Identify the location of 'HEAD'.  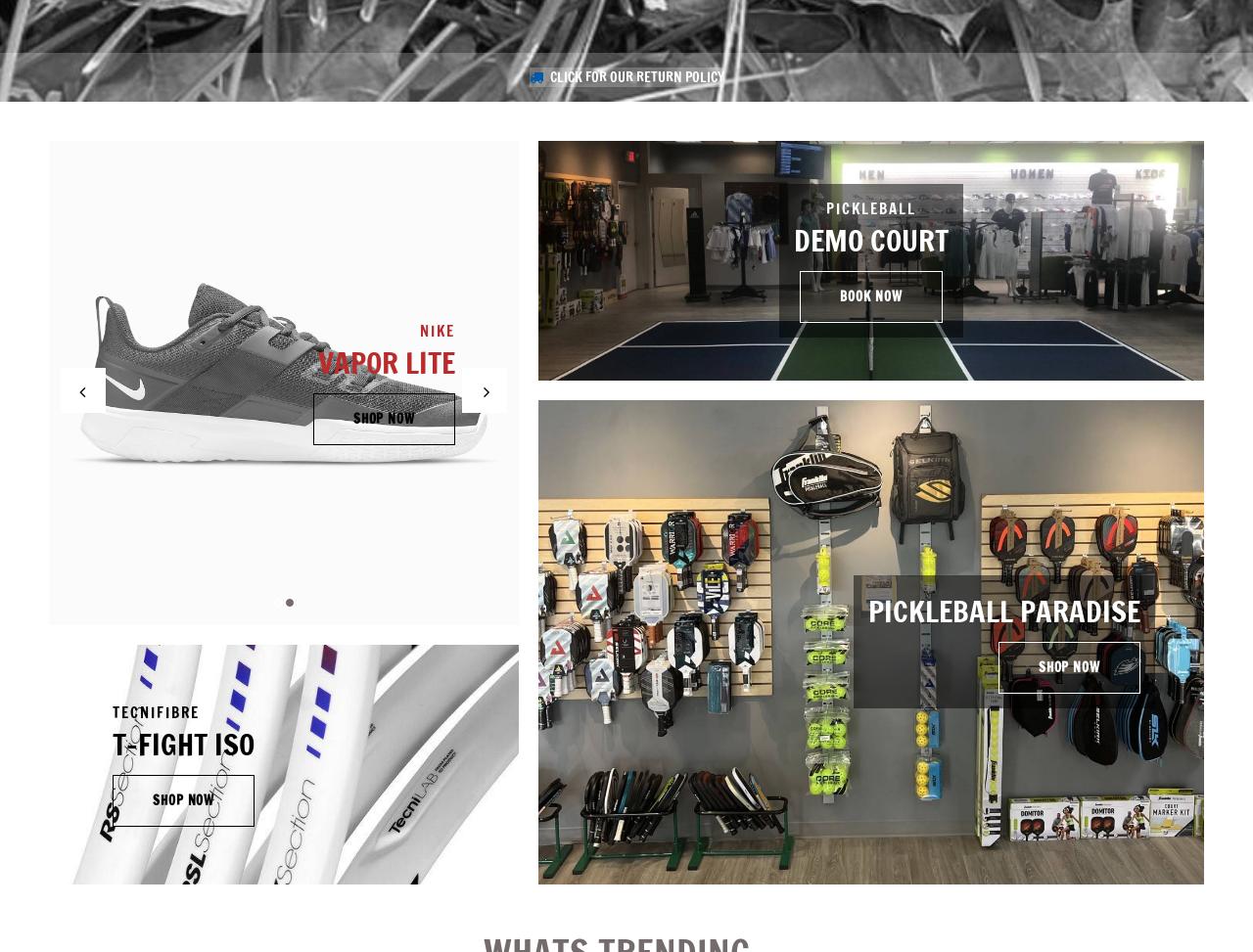
(601, 322).